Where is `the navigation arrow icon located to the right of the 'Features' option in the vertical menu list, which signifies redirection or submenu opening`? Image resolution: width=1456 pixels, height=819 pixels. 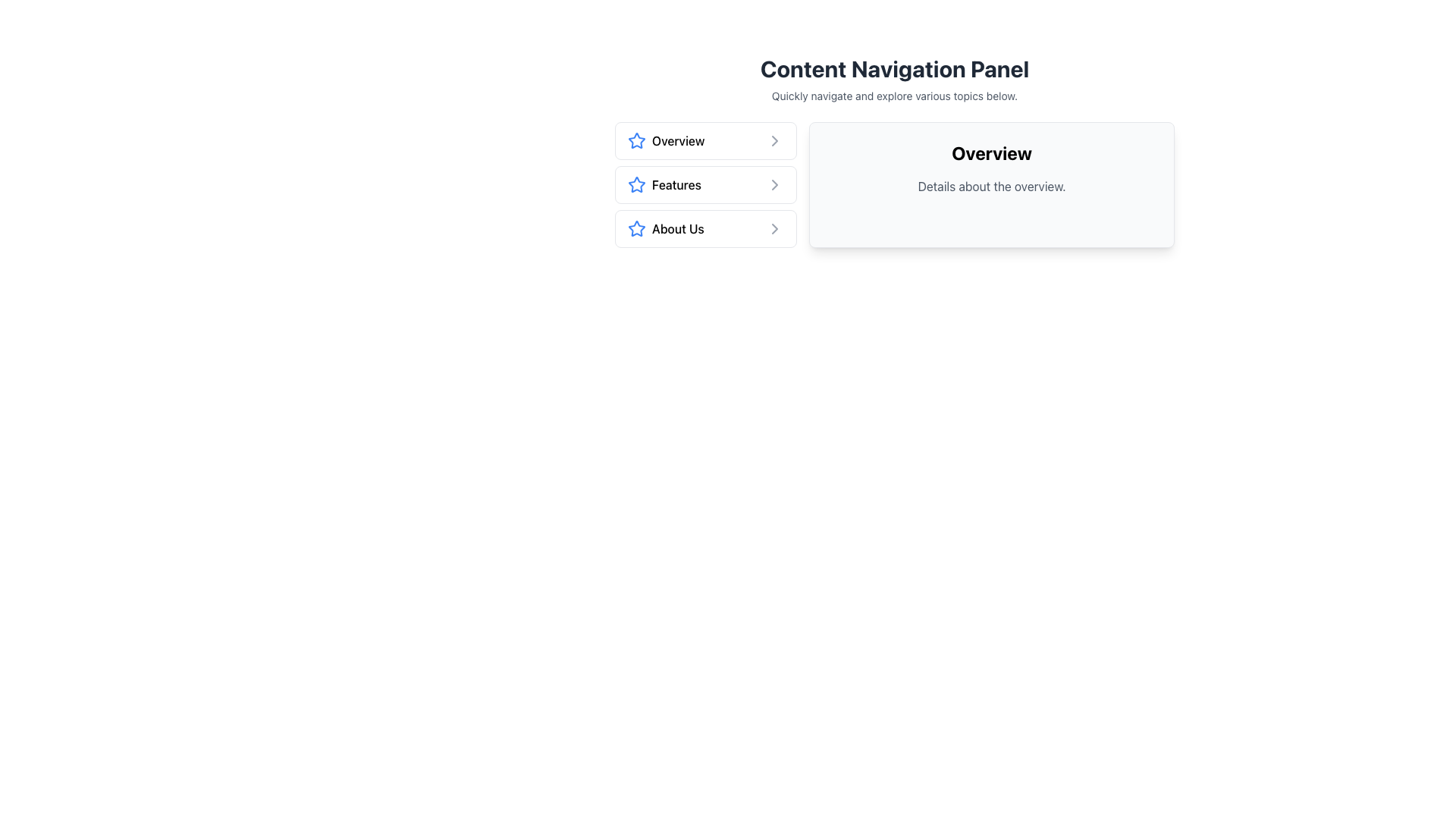
the navigation arrow icon located to the right of the 'Features' option in the vertical menu list, which signifies redirection or submenu opening is located at coordinates (775, 184).